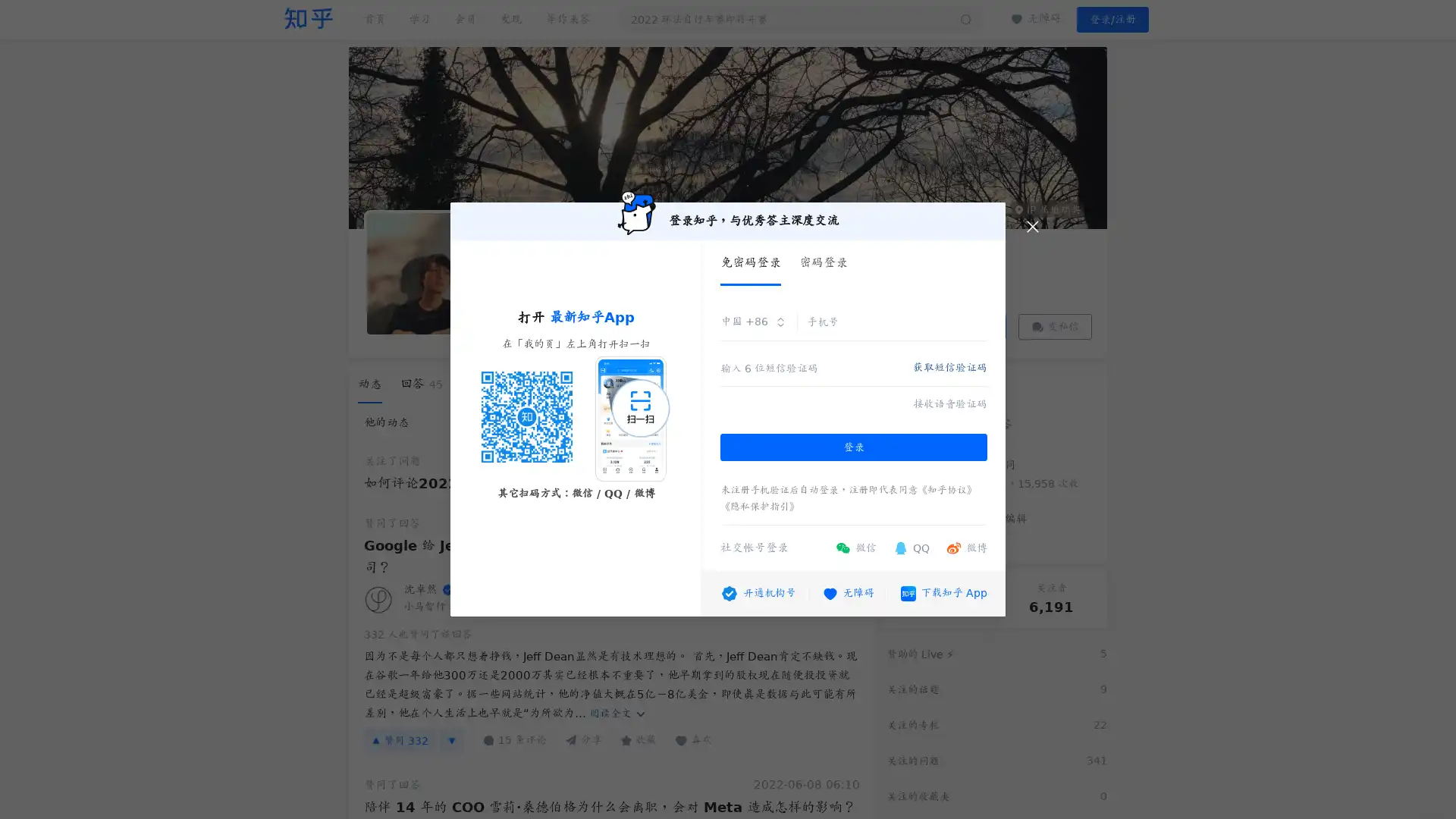 This screenshot has width=1456, height=819. What do you see at coordinates (943, 592) in the screenshot?
I see `App` at bounding box center [943, 592].